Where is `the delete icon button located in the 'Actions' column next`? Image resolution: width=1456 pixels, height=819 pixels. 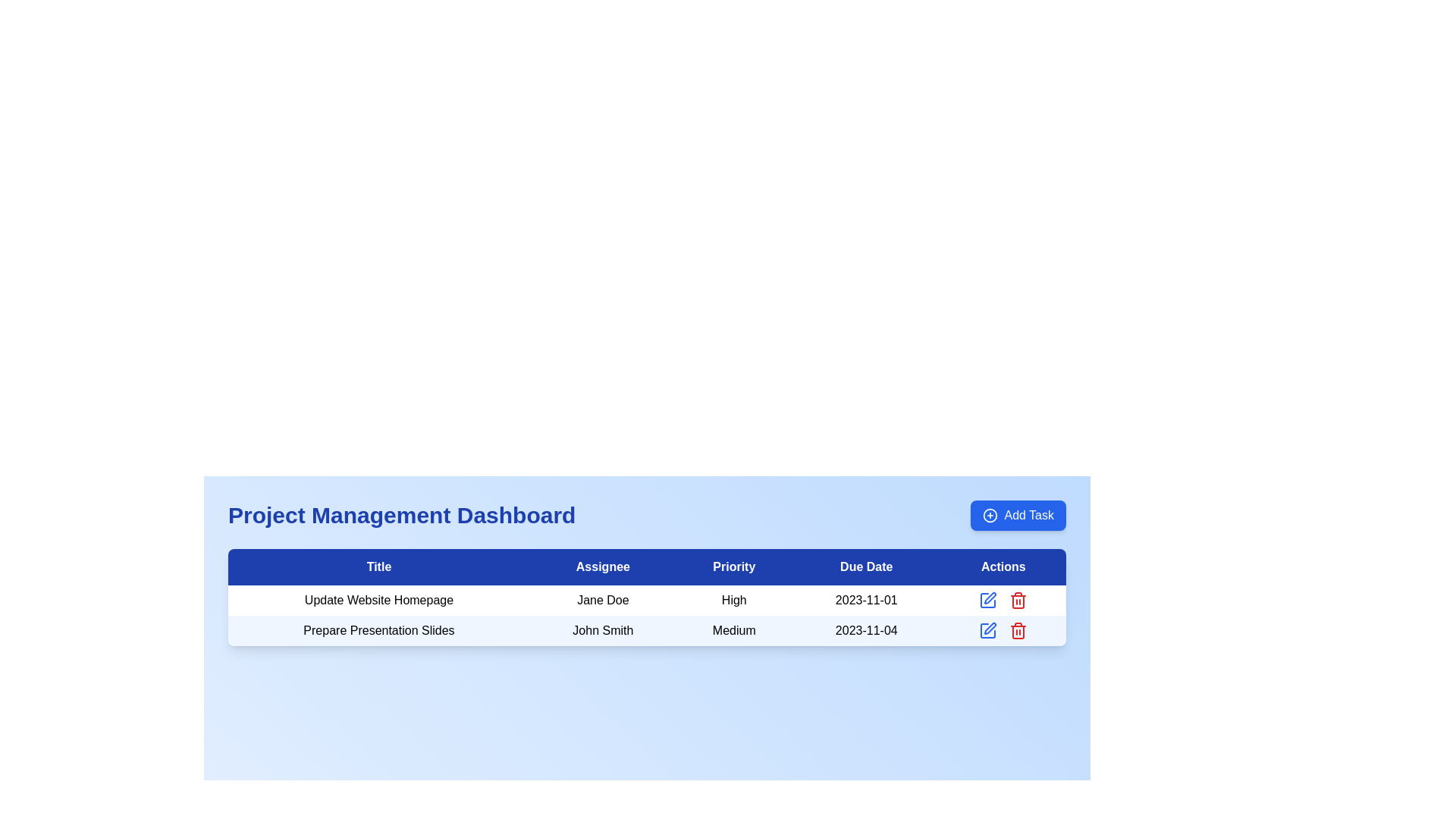
the delete icon button located in the 'Actions' column next is located at coordinates (1003, 599).